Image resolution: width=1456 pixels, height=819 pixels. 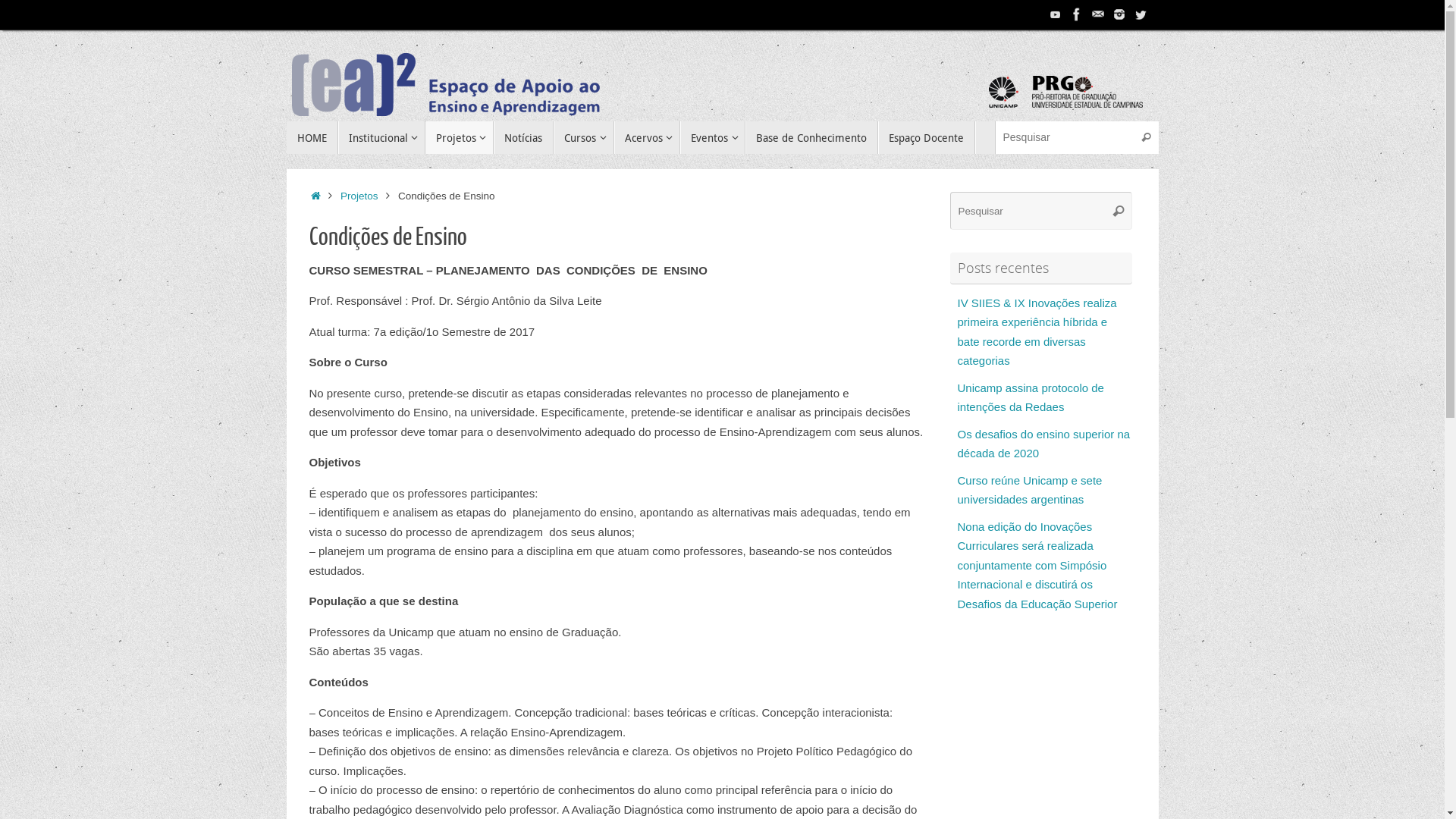 What do you see at coordinates (1098, 14) in the screenshot?
I see `'Mail'` at bounding box center [1098, 14].